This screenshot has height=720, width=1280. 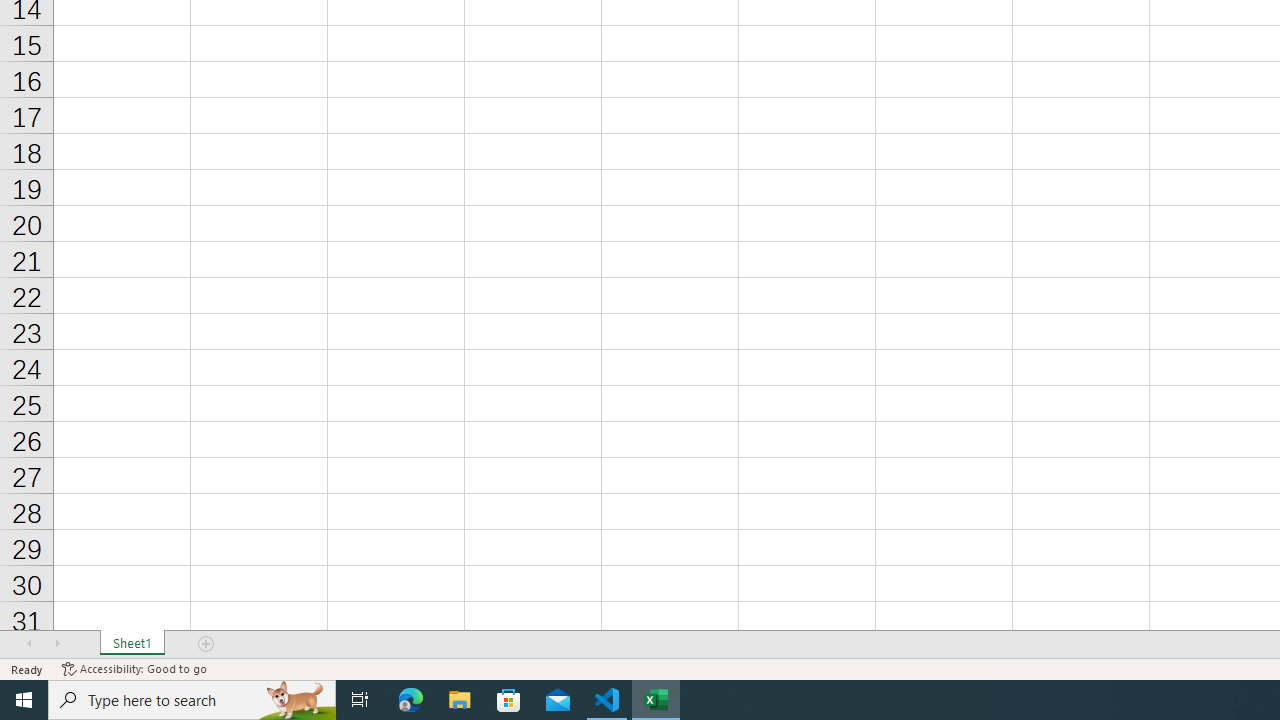 I want to click on 'Sheet1', so click(x=131, y=644).